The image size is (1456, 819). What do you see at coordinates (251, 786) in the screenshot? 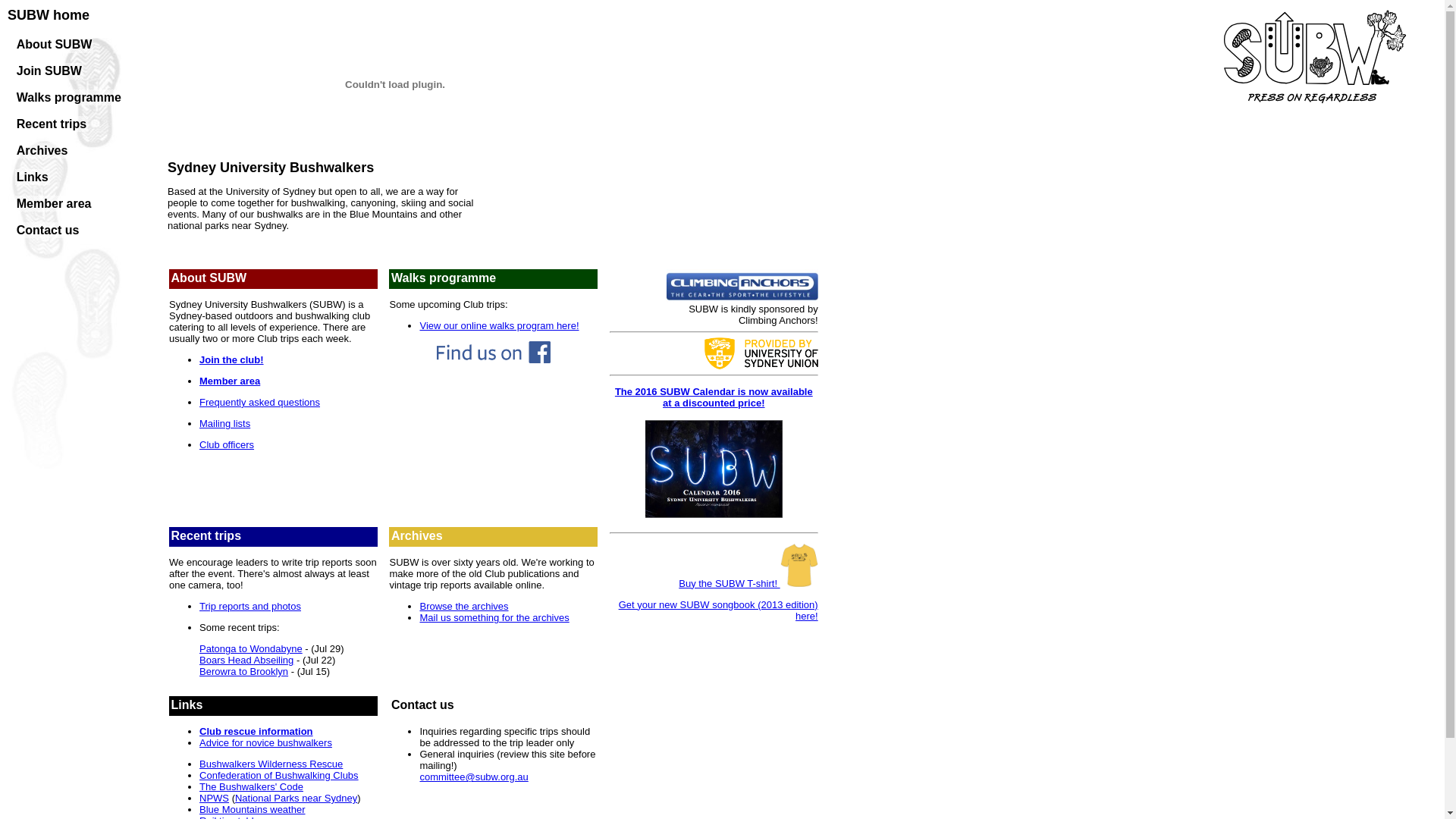
I see `'The Bushwalkers' Code'` at bounding box center [251, 786].